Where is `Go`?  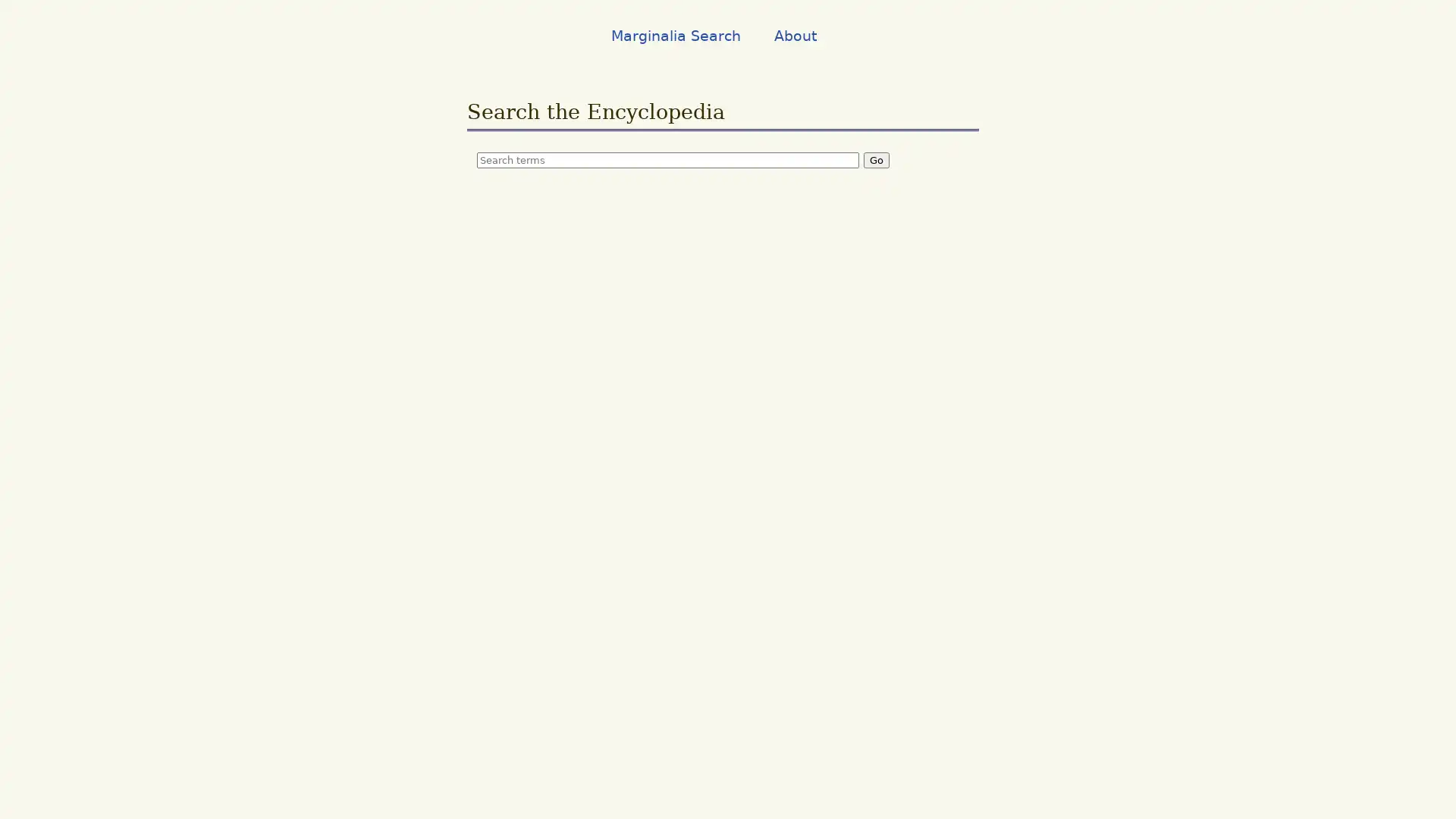
Go is located at coordinates (877, 159).